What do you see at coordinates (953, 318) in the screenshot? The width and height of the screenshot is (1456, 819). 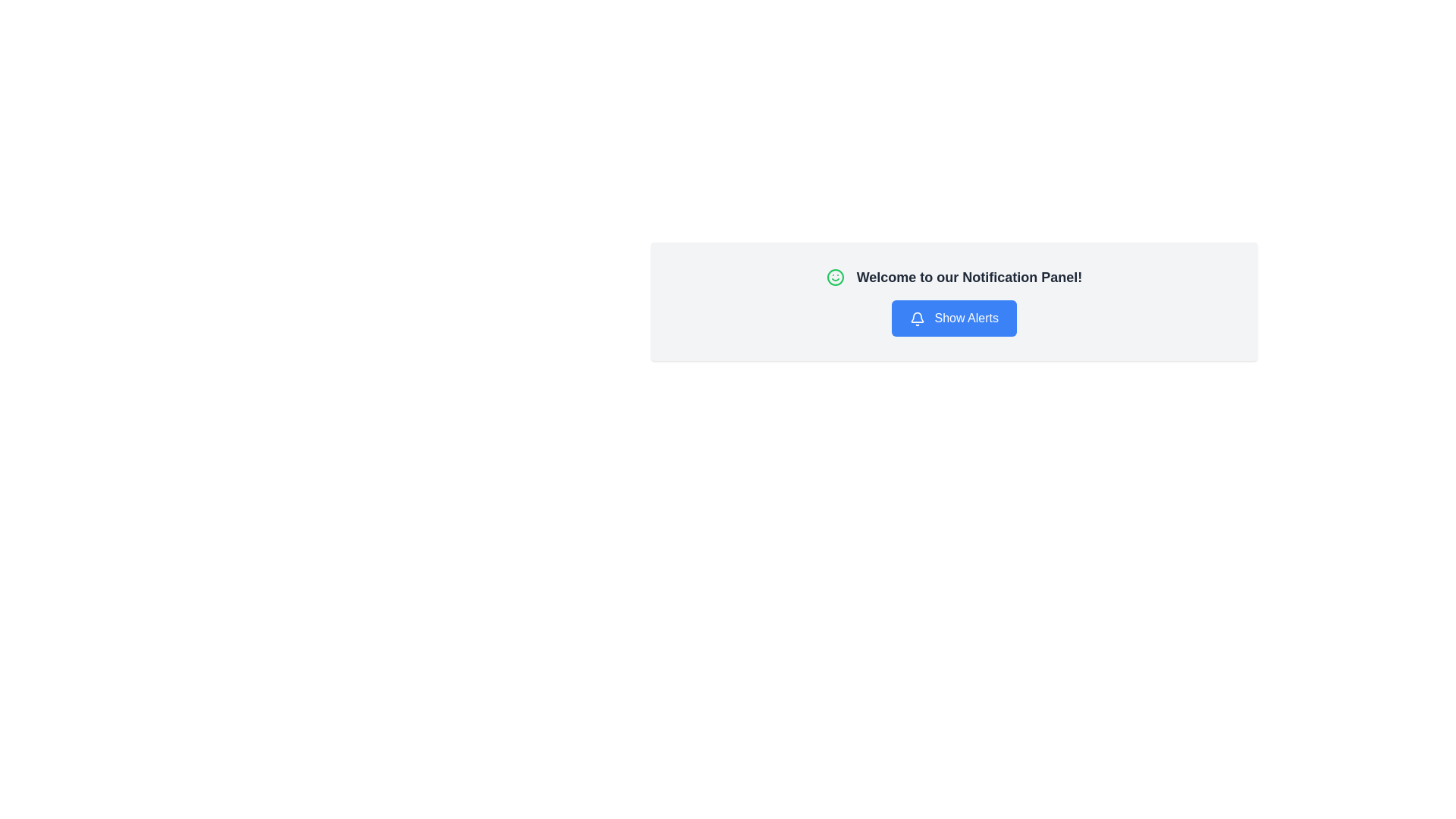 I see `the rectangular blue button labeled 'Show Alerts' located beneath the 'Welcome to our Notification Panel!' text` at bounding box center [953, 318].